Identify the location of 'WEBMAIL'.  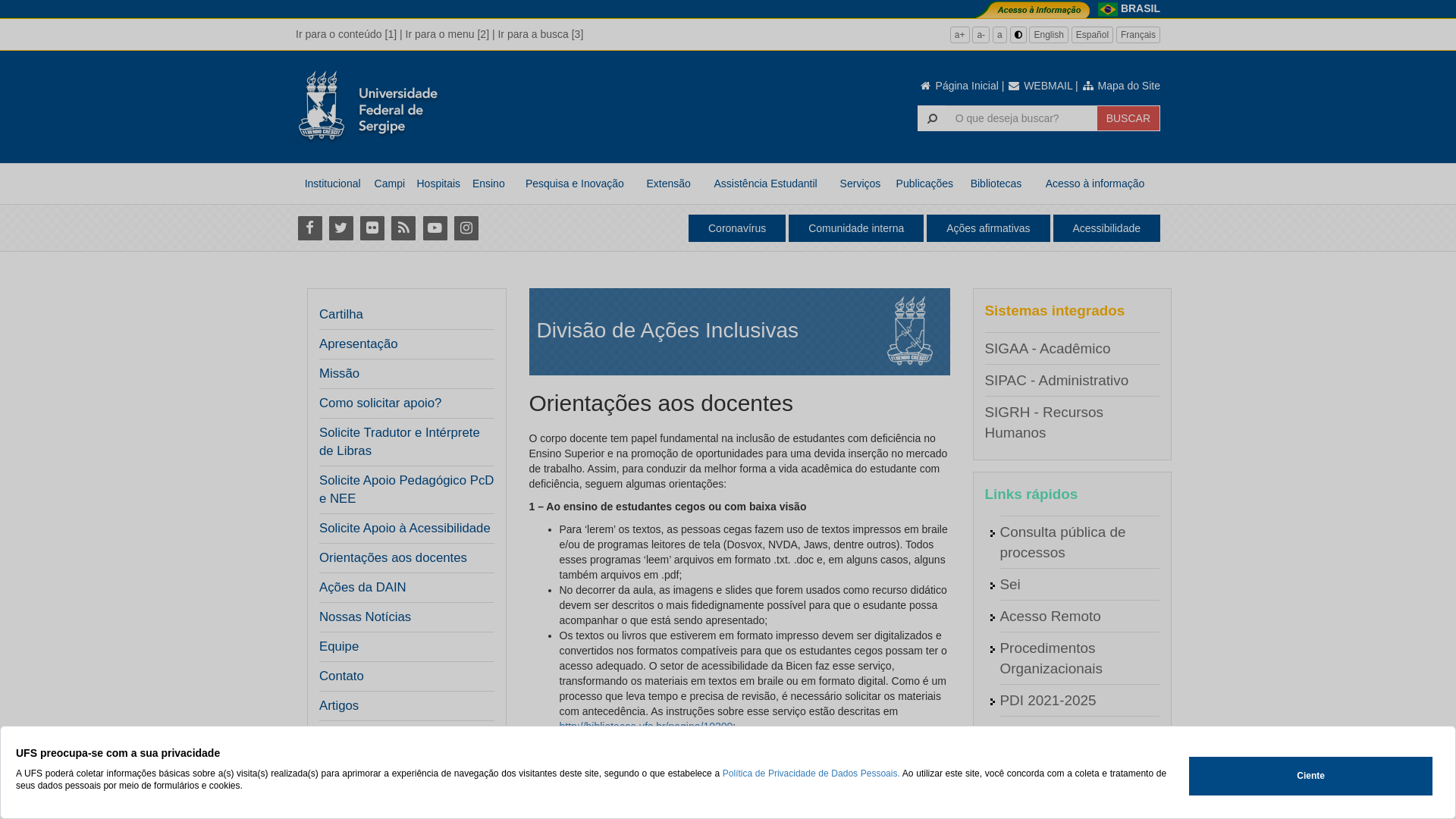
(1007, 85).